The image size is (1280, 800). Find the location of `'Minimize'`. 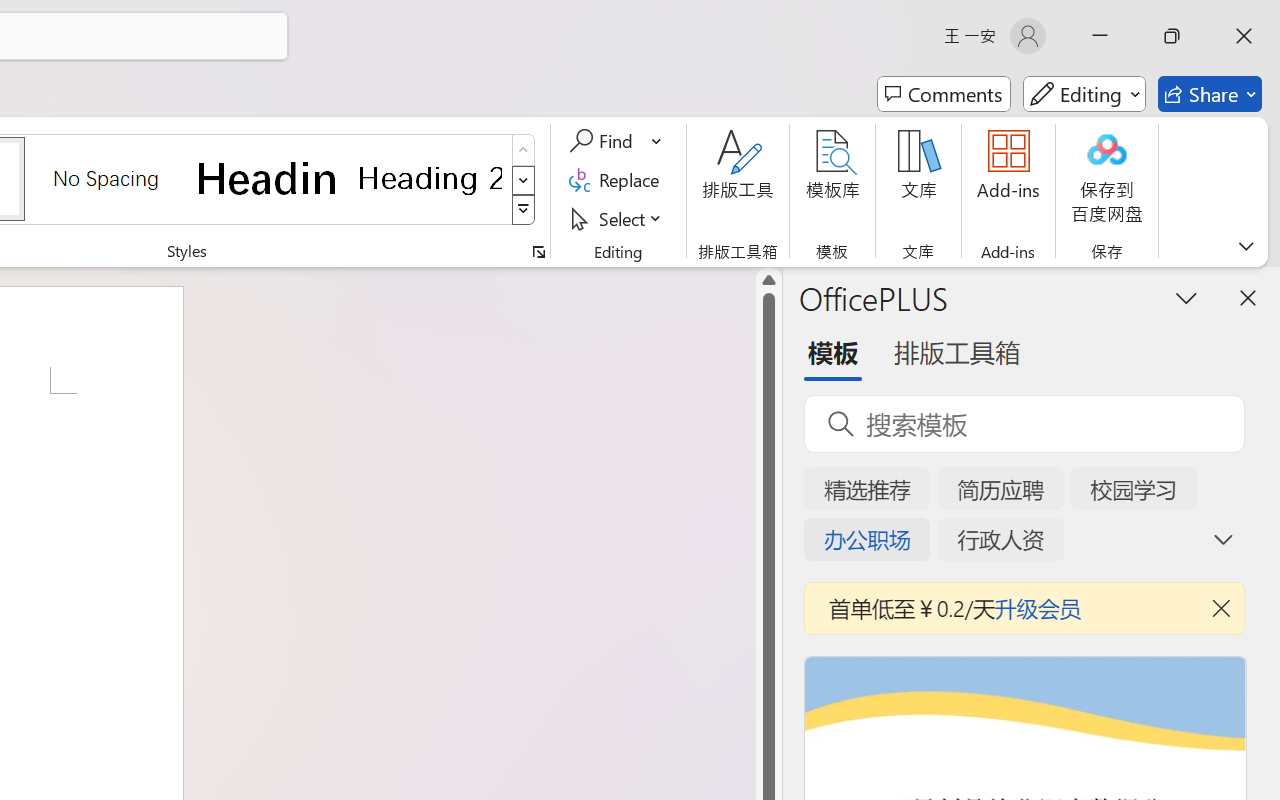

'Minimize' is located at coordinates (1099, 35).